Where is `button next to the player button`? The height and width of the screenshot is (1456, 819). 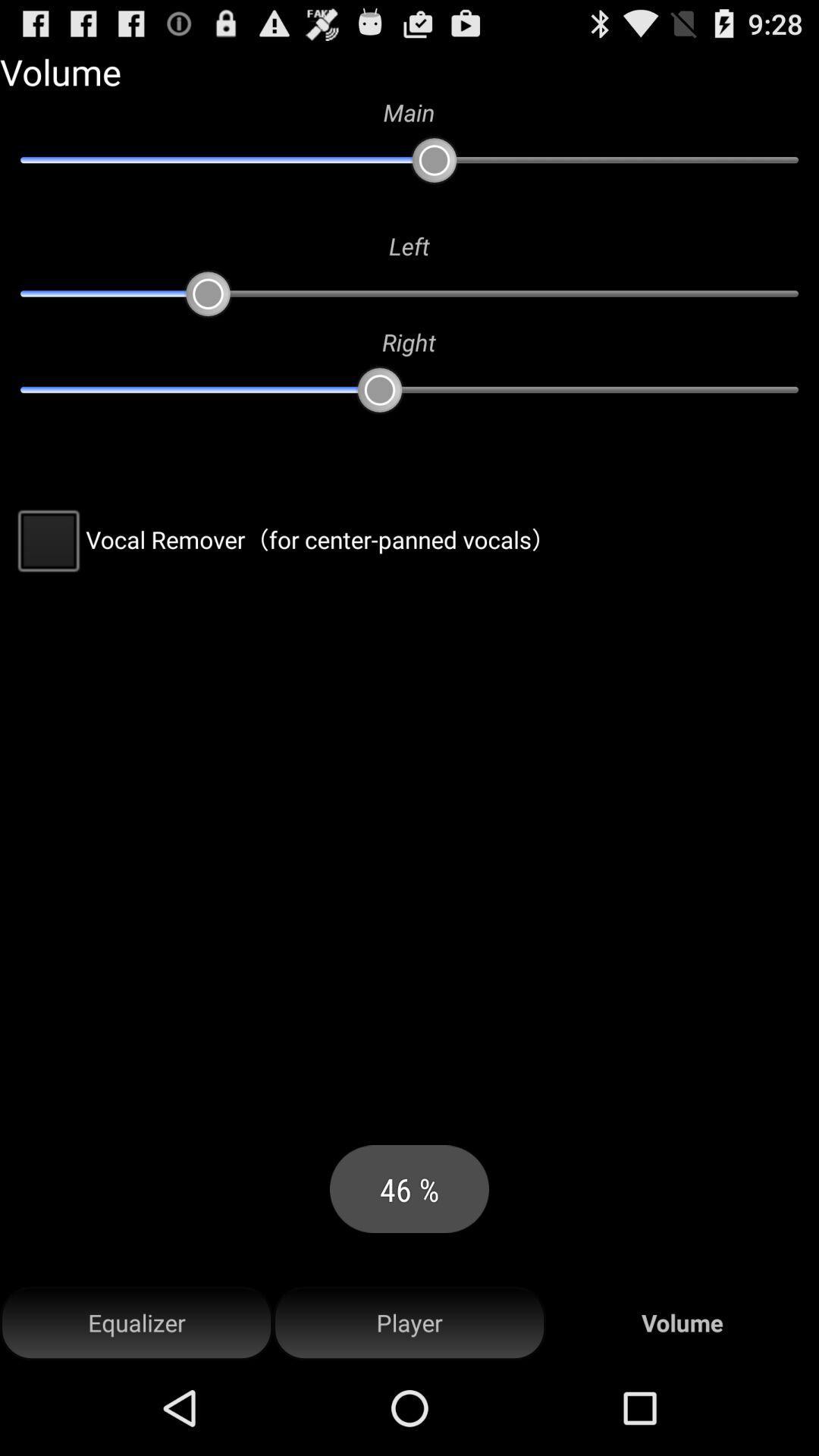
button next to the player button is located at coordinates (136, 1323).